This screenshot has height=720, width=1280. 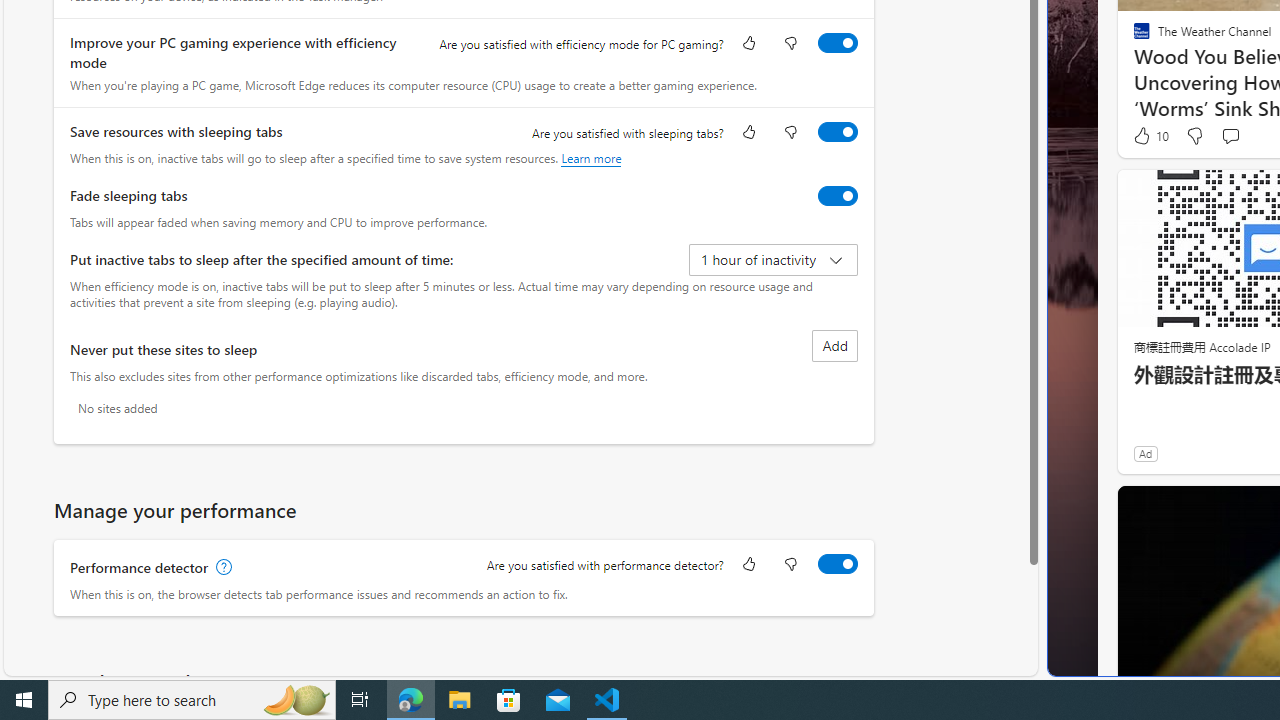 What do you see at coordinates (222, 567) in the screenshot?
I see `'Performance detector, learn more'` at bounding box center [222, 567].